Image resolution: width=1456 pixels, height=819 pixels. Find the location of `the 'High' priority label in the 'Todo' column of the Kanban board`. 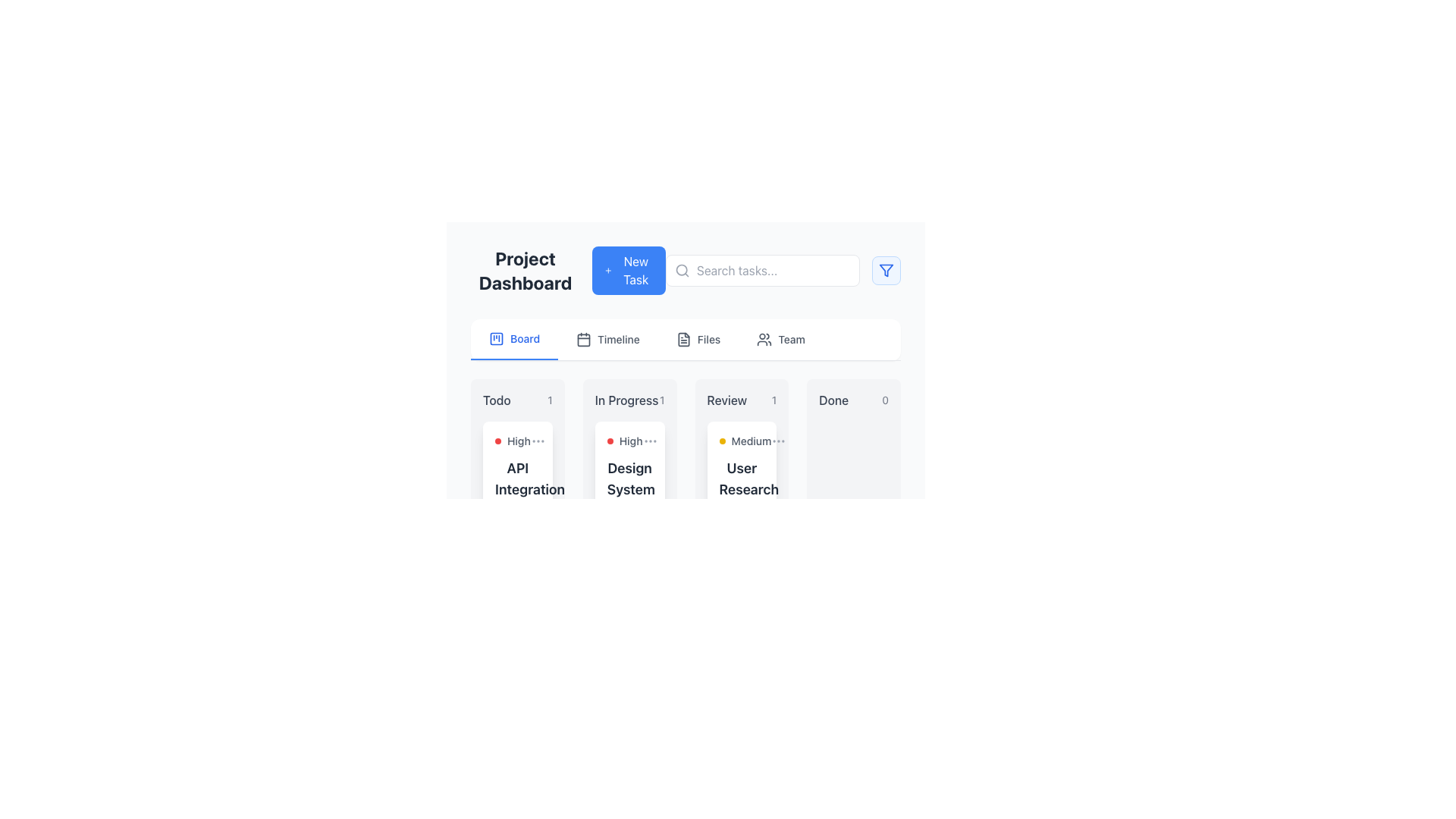

the 'High' priority label in the 'Todo' column of the Kanban board is located at coordinates (513, 441).